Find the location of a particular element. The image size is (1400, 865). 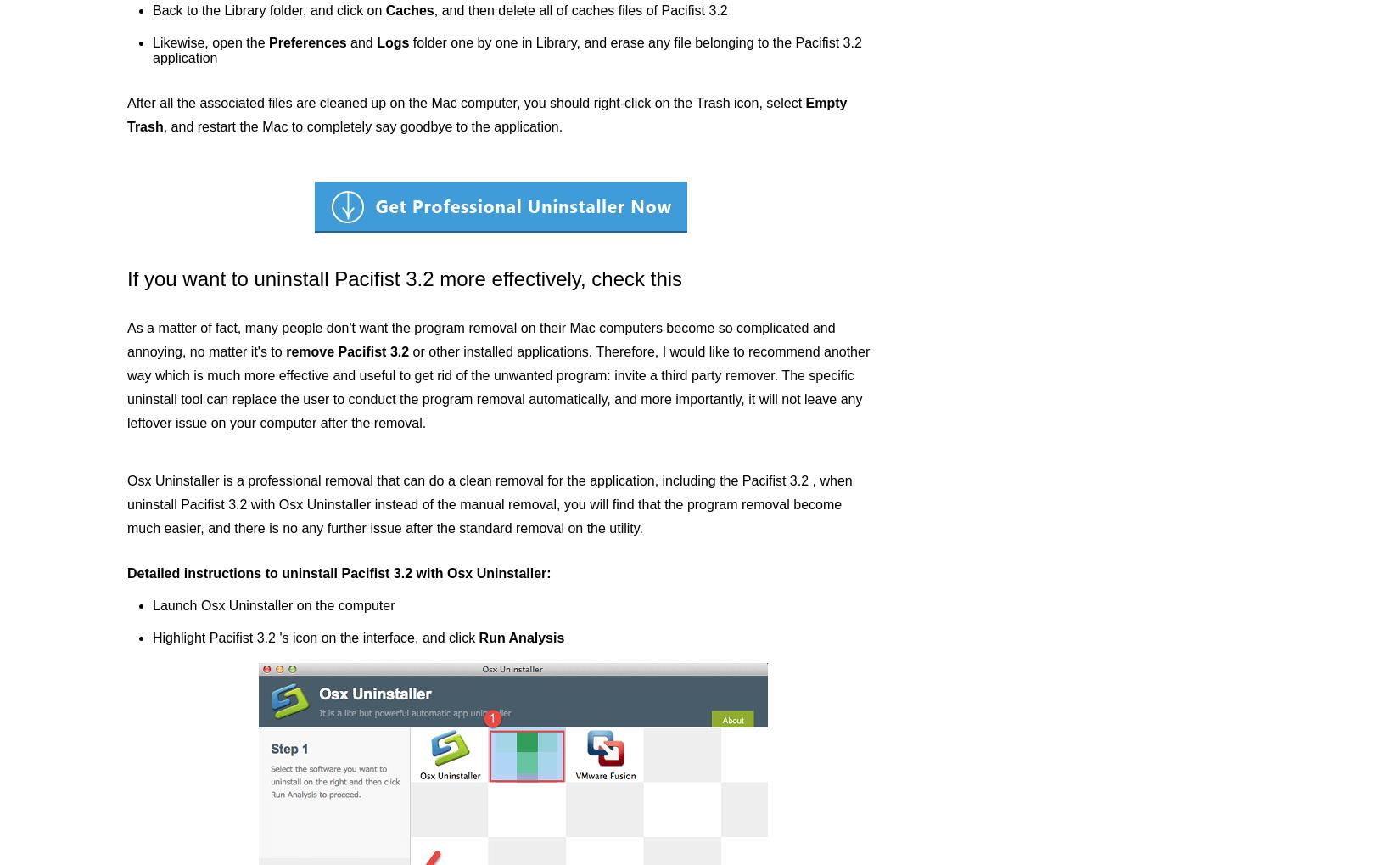

'If you want to uninstall Pacifist 3.2  more effectively, check this' is located at coordinates (404, 278).